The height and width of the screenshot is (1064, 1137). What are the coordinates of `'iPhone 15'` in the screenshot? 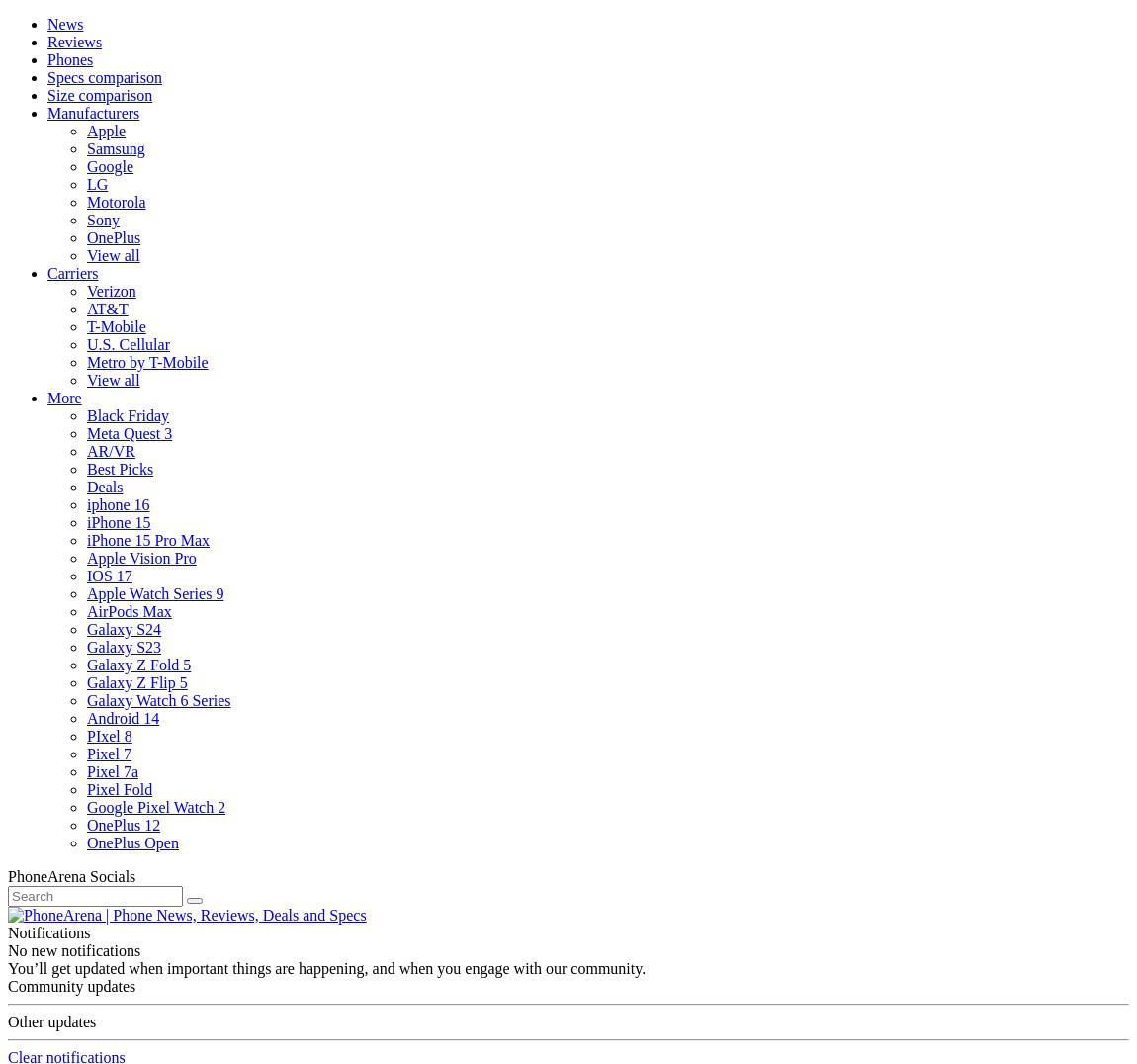 It's located at (85, 522).